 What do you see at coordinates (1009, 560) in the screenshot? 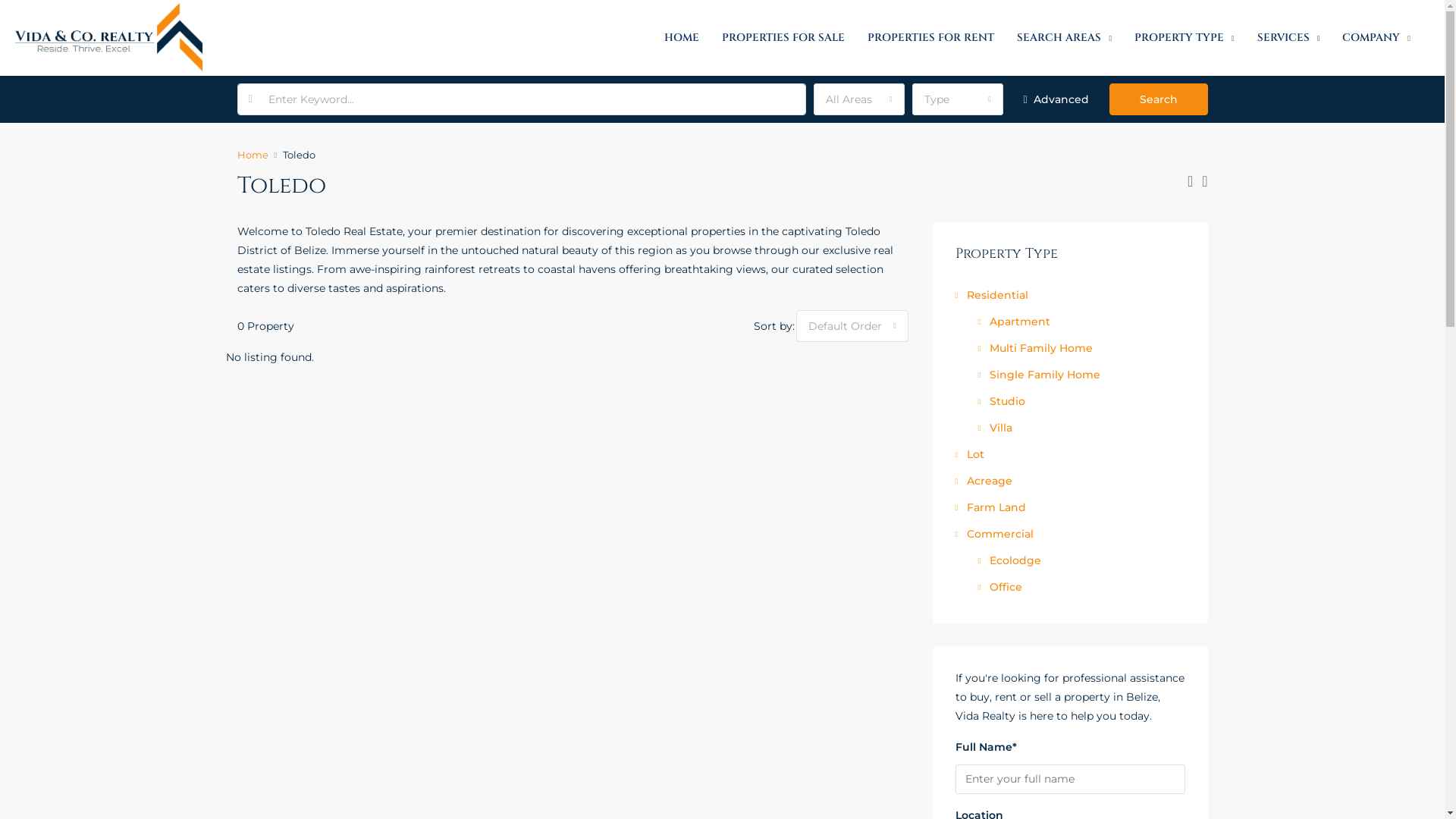
I see `'Ecolodge'` at bounding box center [1009, 560].